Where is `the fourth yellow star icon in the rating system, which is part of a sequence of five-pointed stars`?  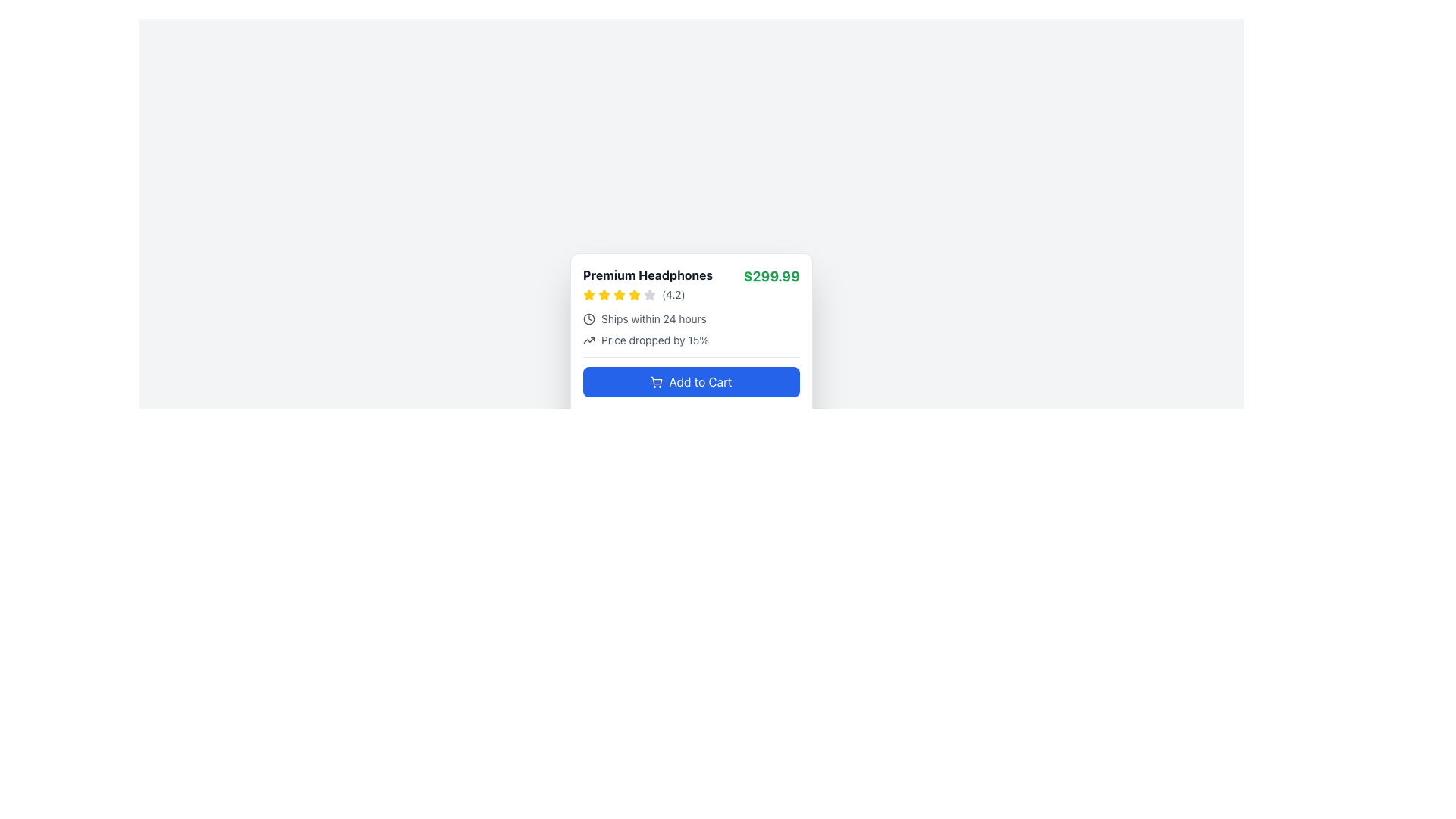 the fourth yellow star icon in the rating system, which is part of a sequence of five-pointed stars is located at coordinates (619, 295).